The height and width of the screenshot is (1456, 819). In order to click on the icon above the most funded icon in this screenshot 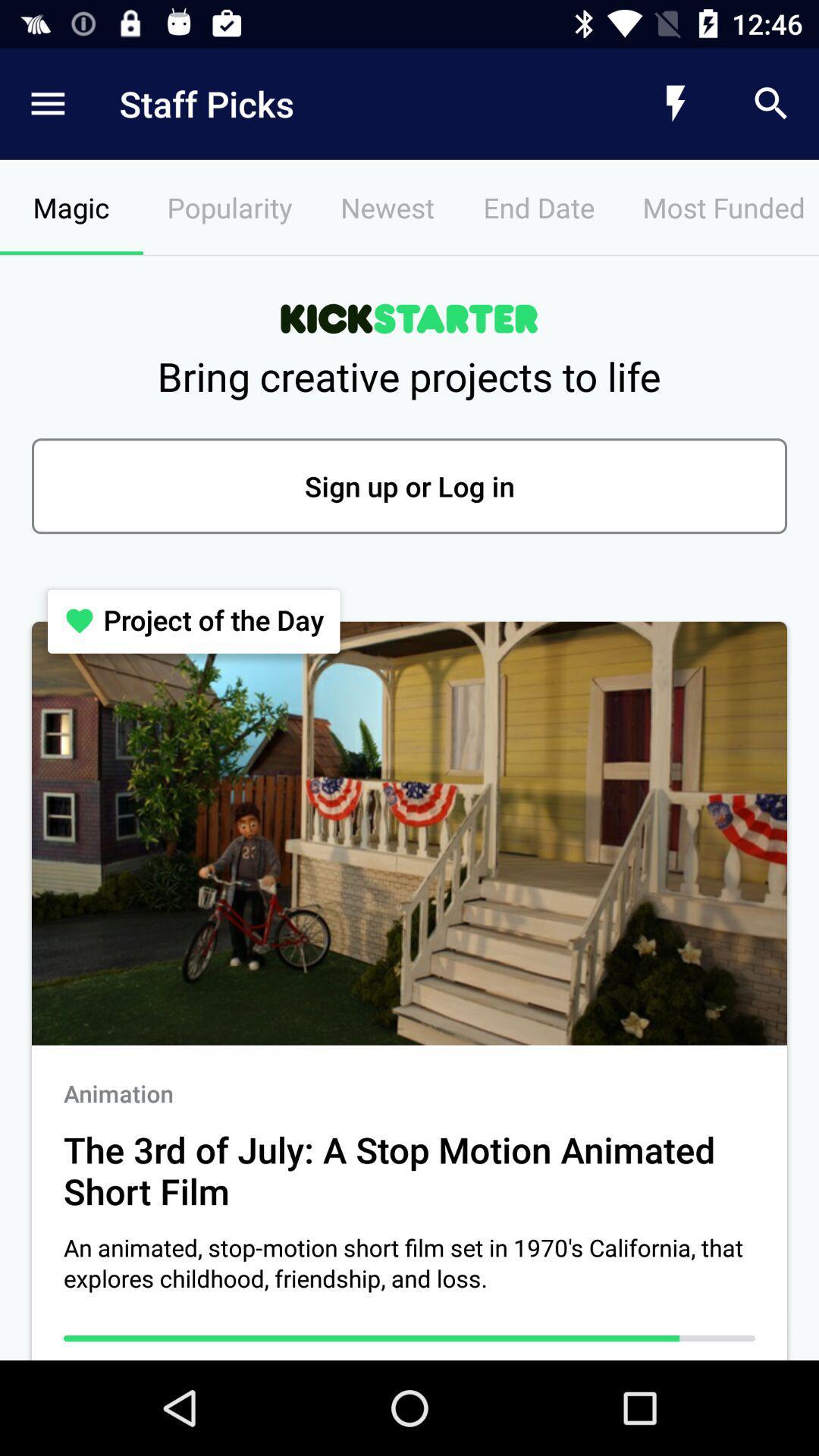, I will do `click(675, 103)`.